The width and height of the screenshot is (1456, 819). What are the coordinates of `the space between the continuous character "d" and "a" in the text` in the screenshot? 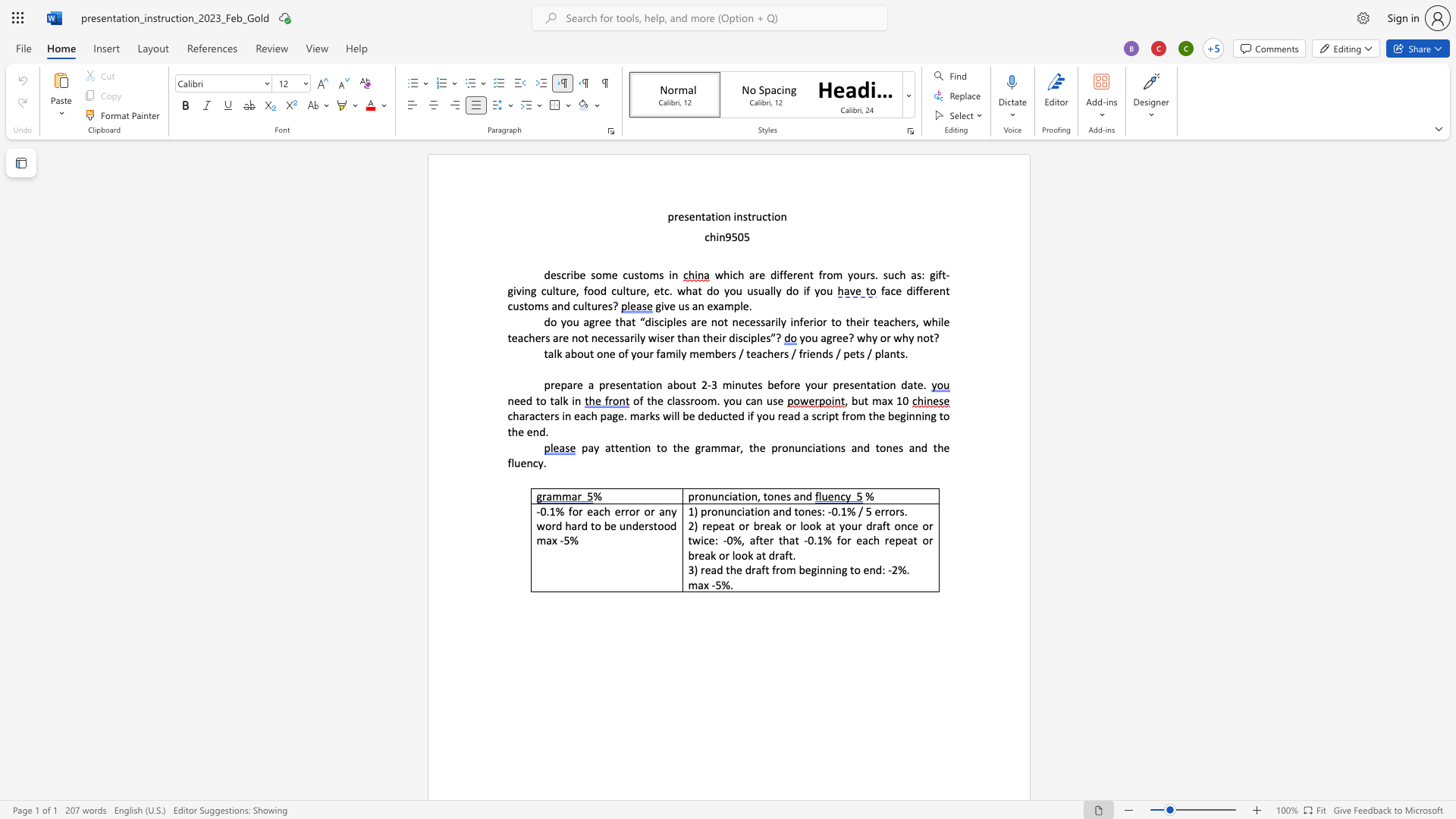 It's located at (907, 384).